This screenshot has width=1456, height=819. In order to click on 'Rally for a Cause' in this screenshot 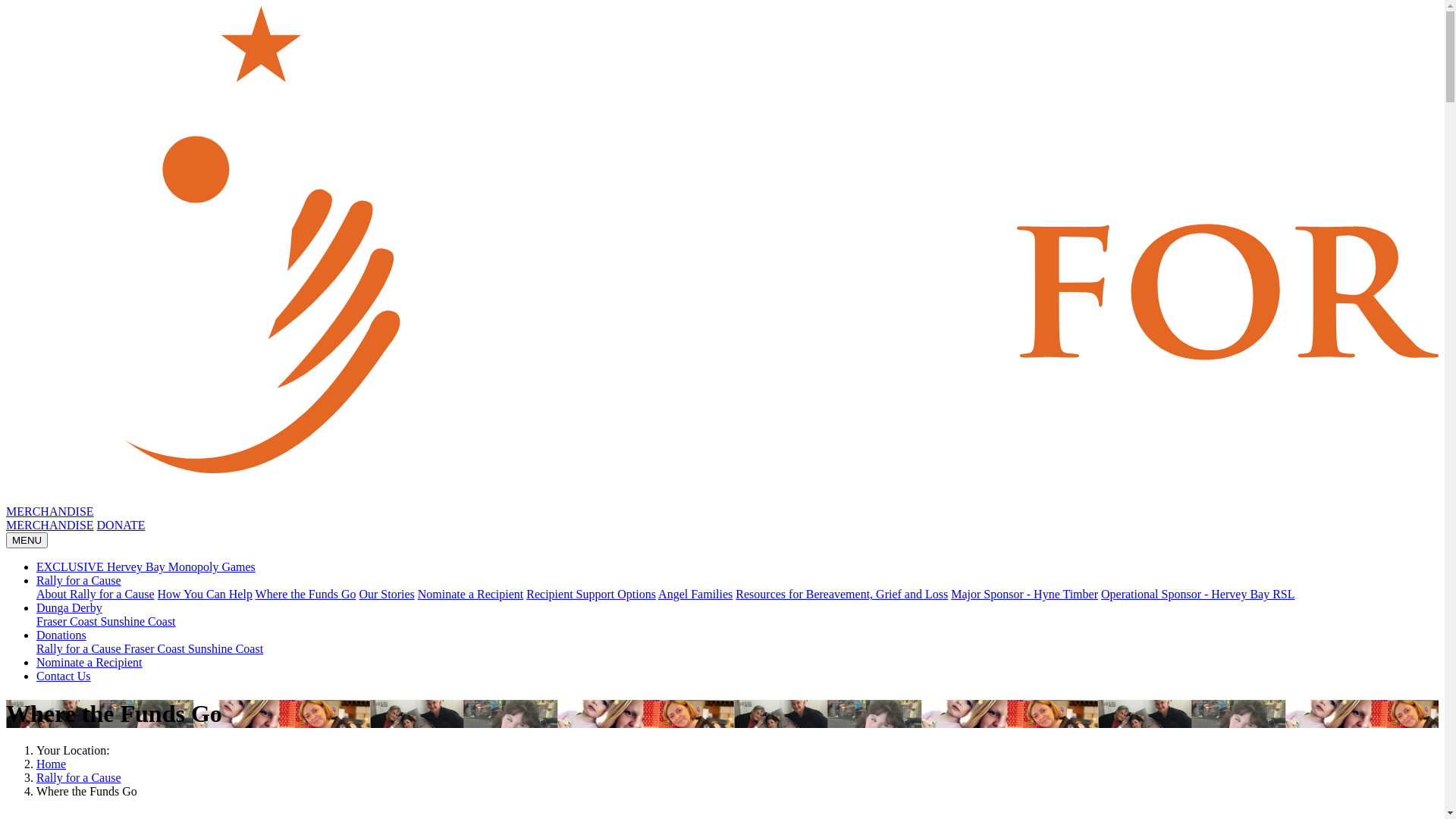, I will do `click(36, 580)`.